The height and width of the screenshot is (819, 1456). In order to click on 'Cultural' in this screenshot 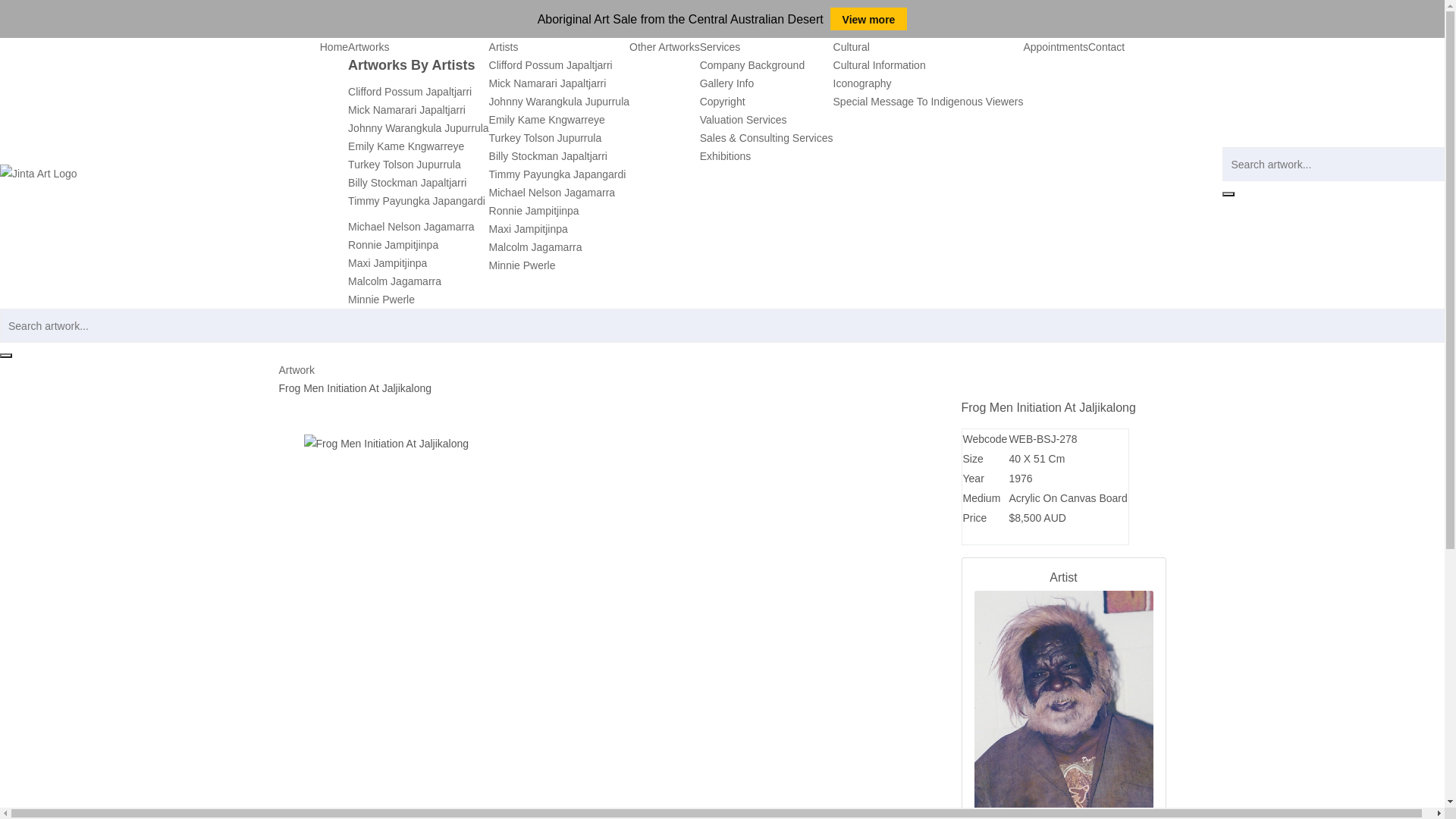, I will do `click(852, 45)`.